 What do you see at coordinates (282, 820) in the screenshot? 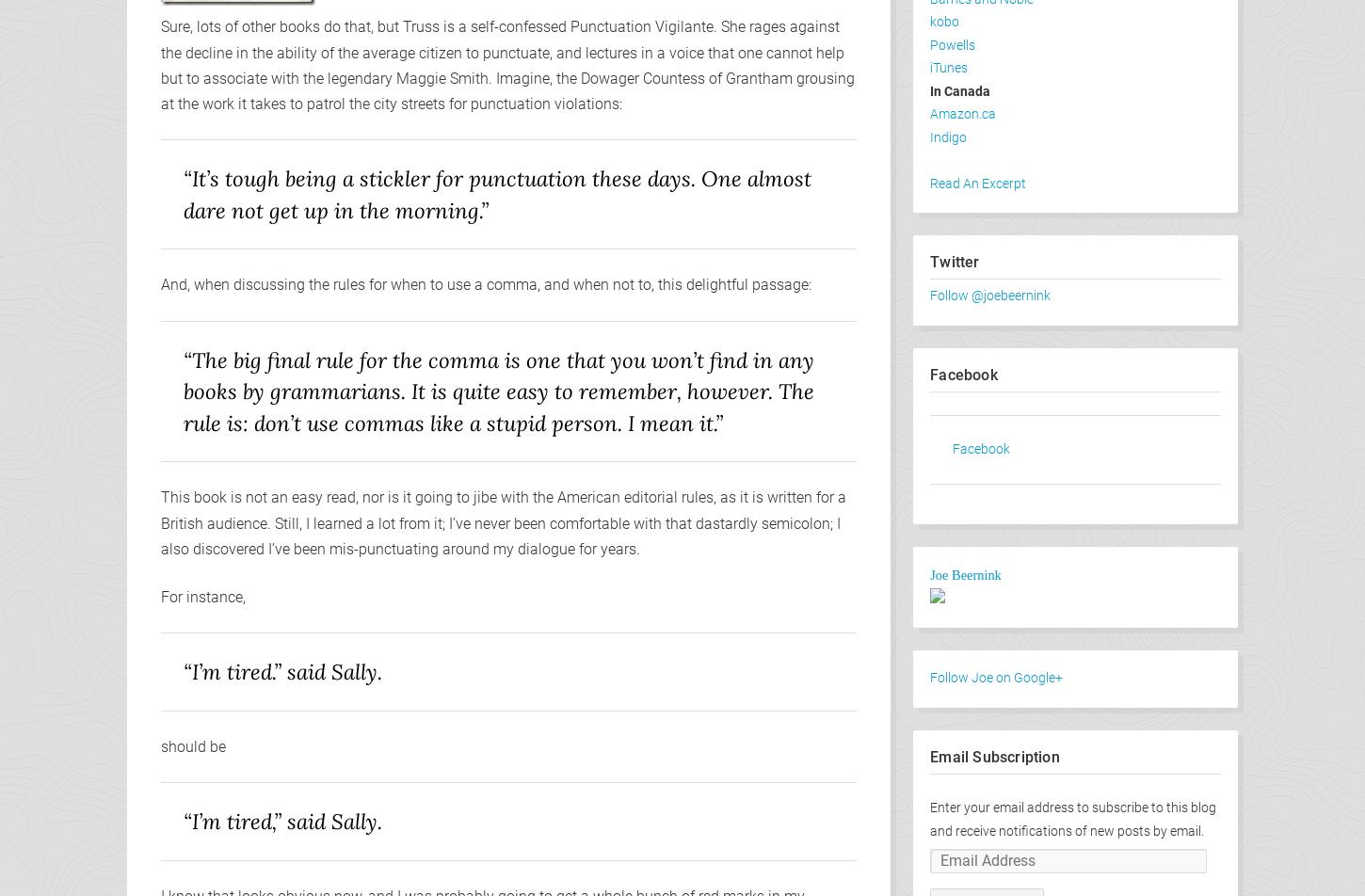
I see `'“I’m tired,” said Sally.'` at bounding box center [282, 820].